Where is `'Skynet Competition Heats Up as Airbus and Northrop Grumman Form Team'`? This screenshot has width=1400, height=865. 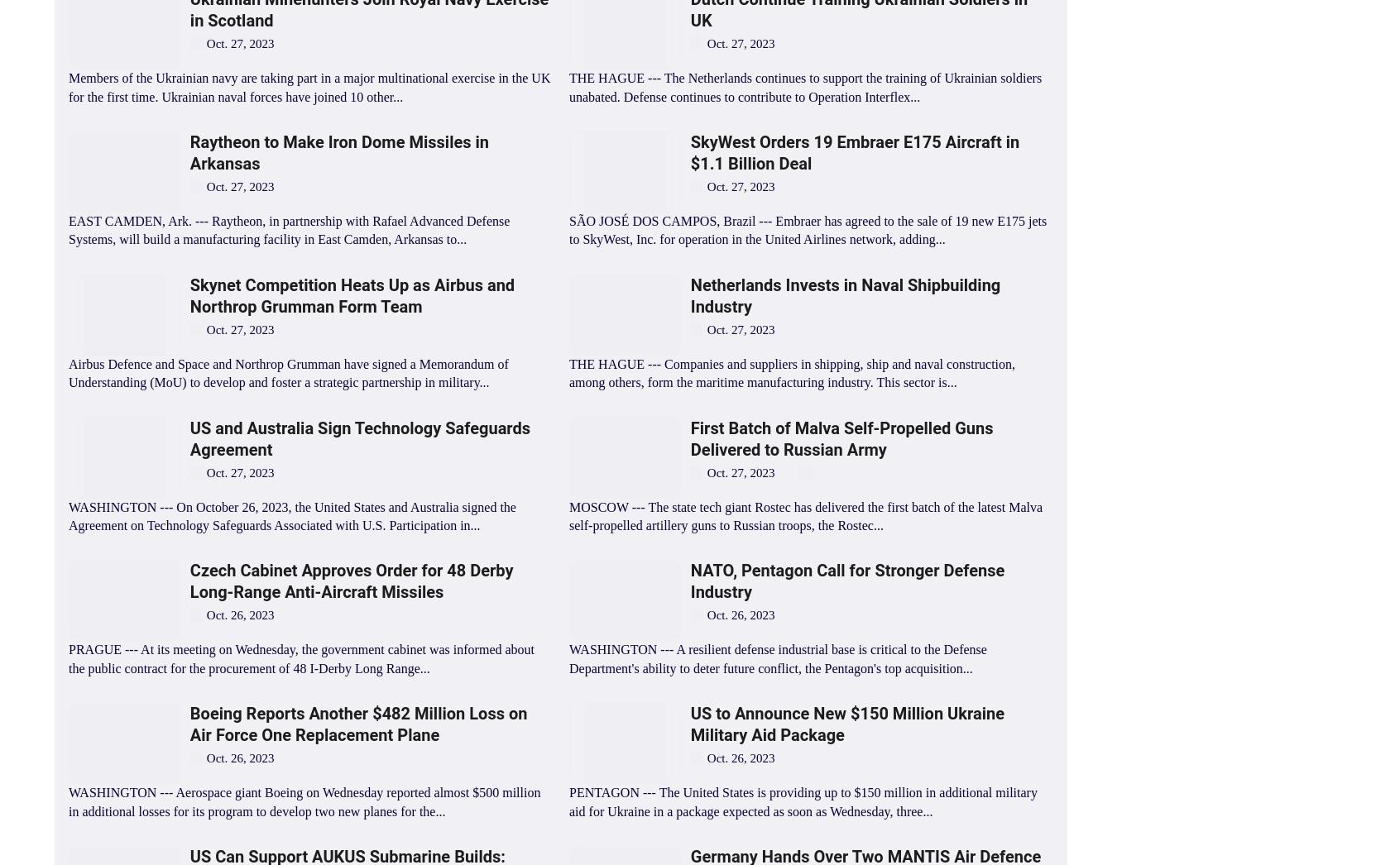 'Skynet Competition Heats Up as Airbus and Northrop Grumman Form Team' is located at coordinates (351, 294).